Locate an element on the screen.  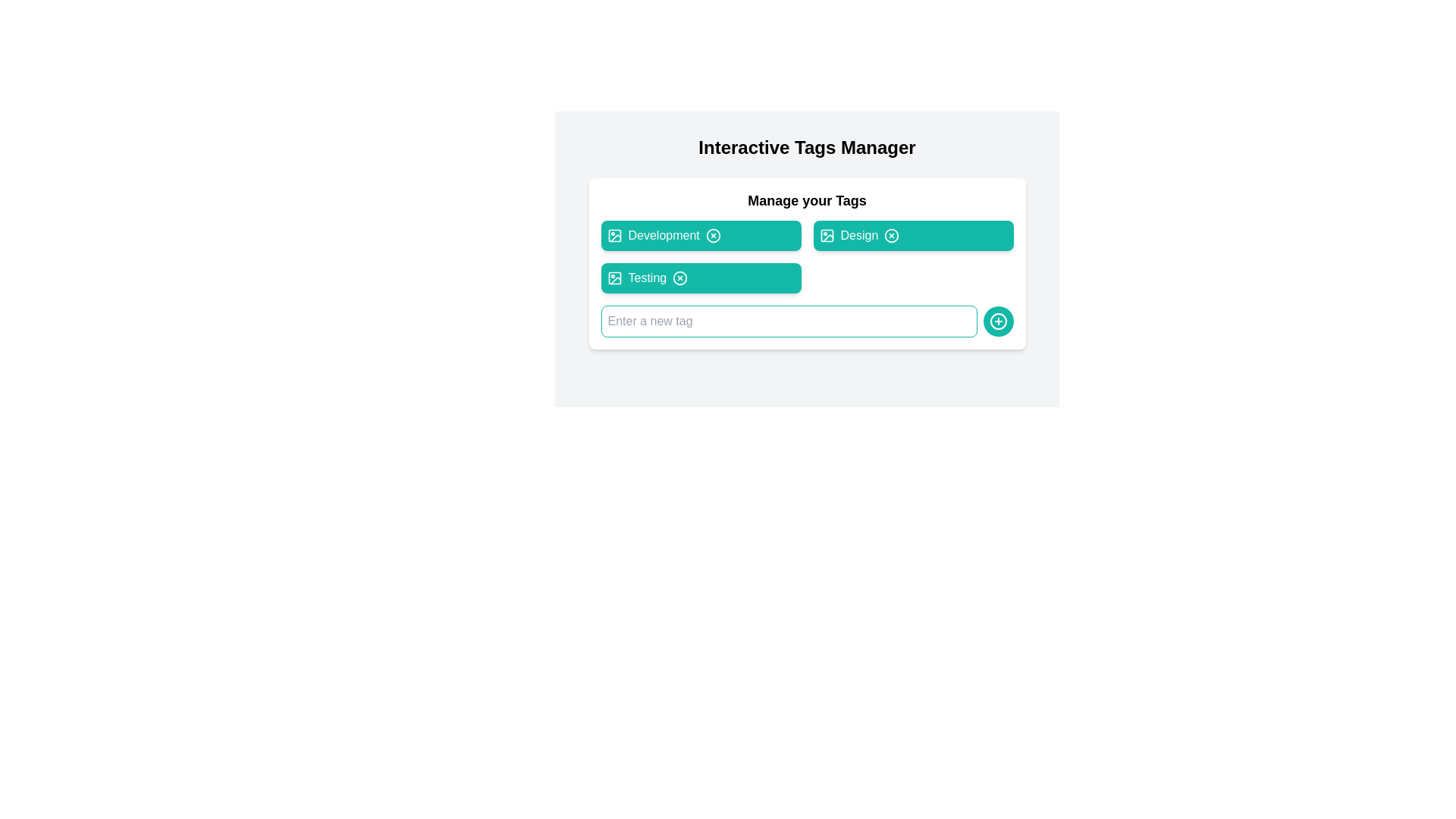
the appearance of the SVG circle shape located within the 'Design' tag component, which is represented by a circular graphic with a 10-unit radius and an 'X' mark on the right is located at coordinates (892, 236).